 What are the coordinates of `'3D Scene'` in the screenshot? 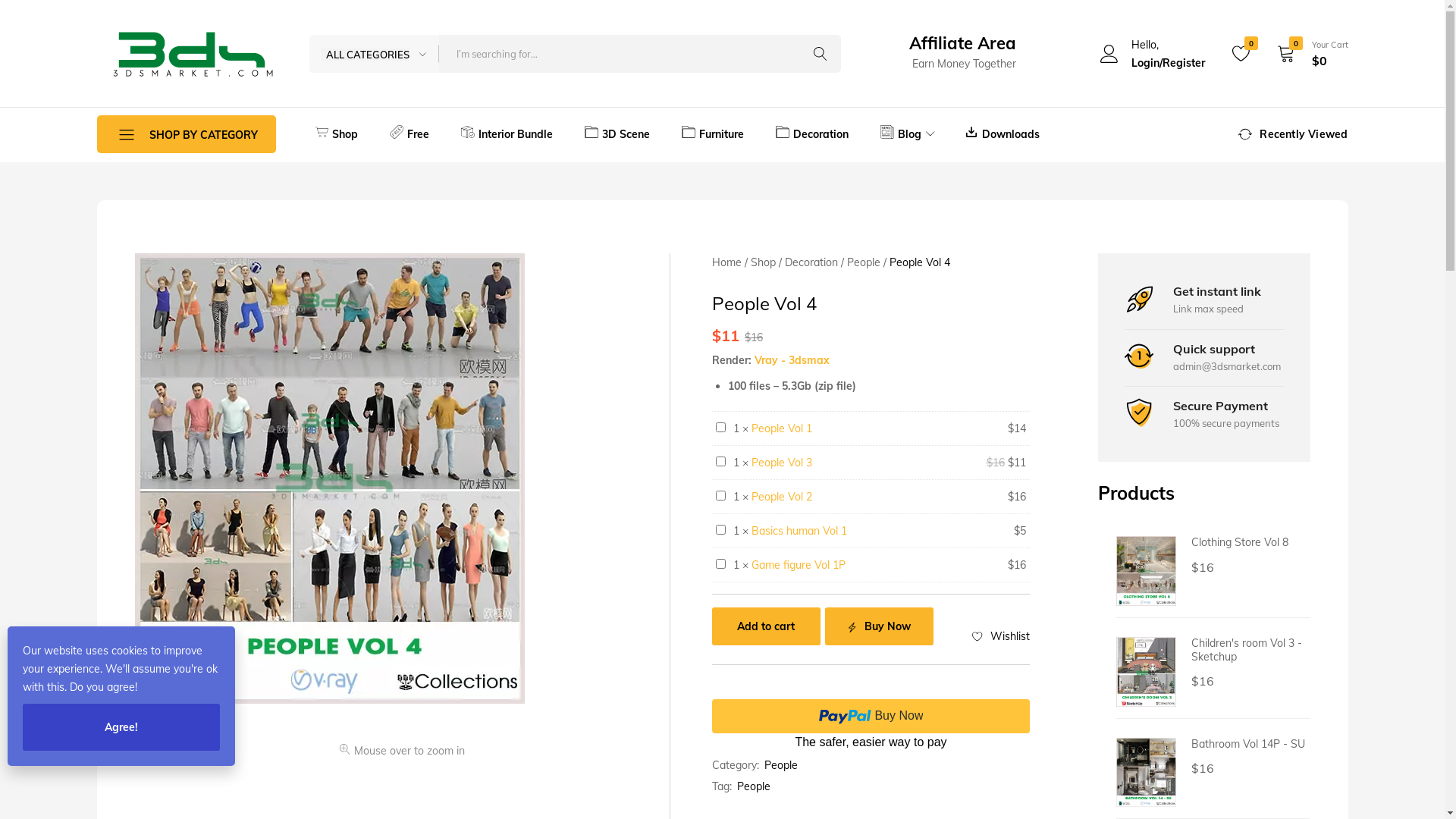 It's located at (567, 133).